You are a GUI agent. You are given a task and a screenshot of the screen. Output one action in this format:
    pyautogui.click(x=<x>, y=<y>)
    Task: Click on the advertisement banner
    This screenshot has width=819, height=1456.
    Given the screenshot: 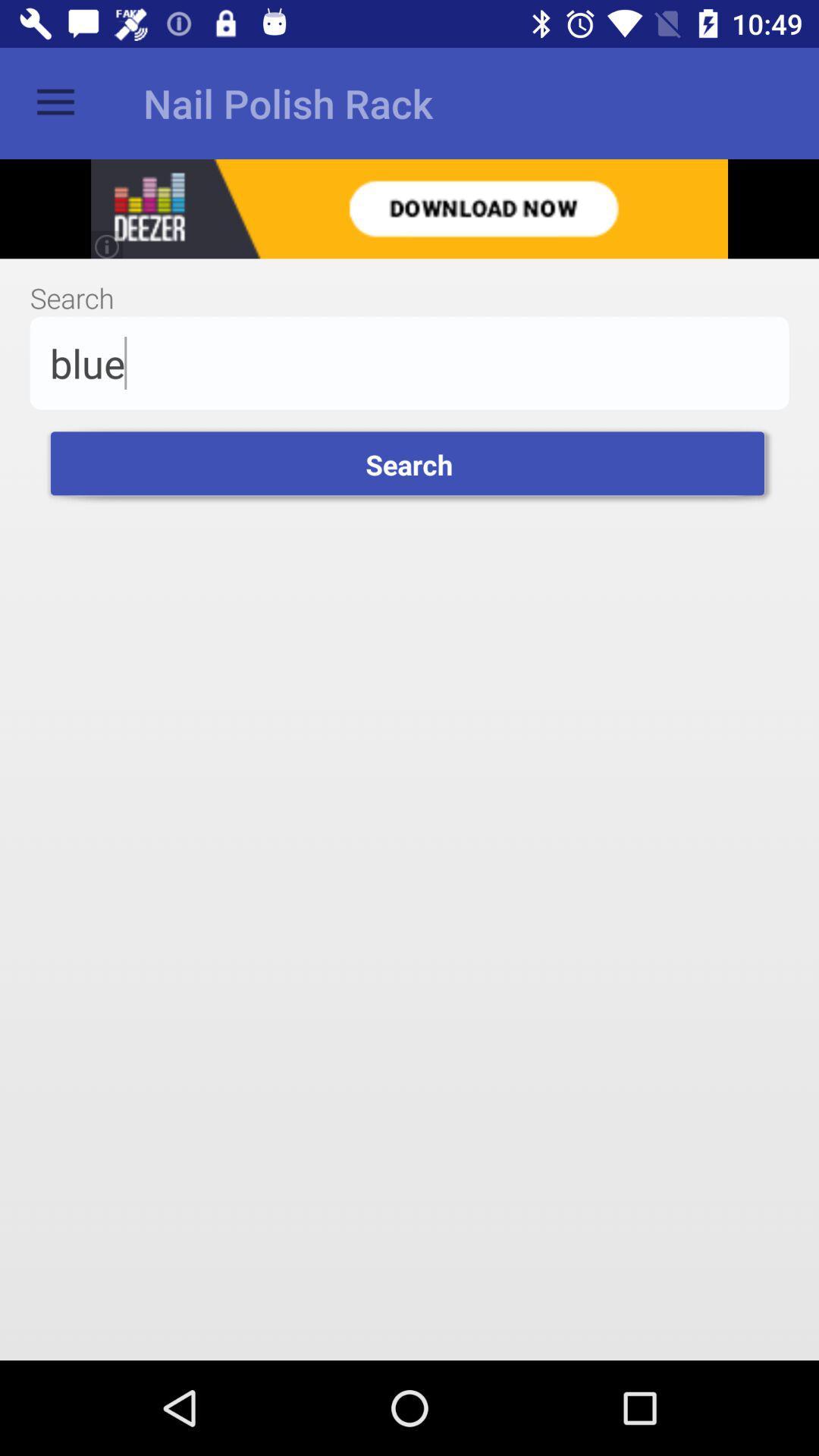 What is the action you would take?
    pyautogui.click(x=409, y=208)
    